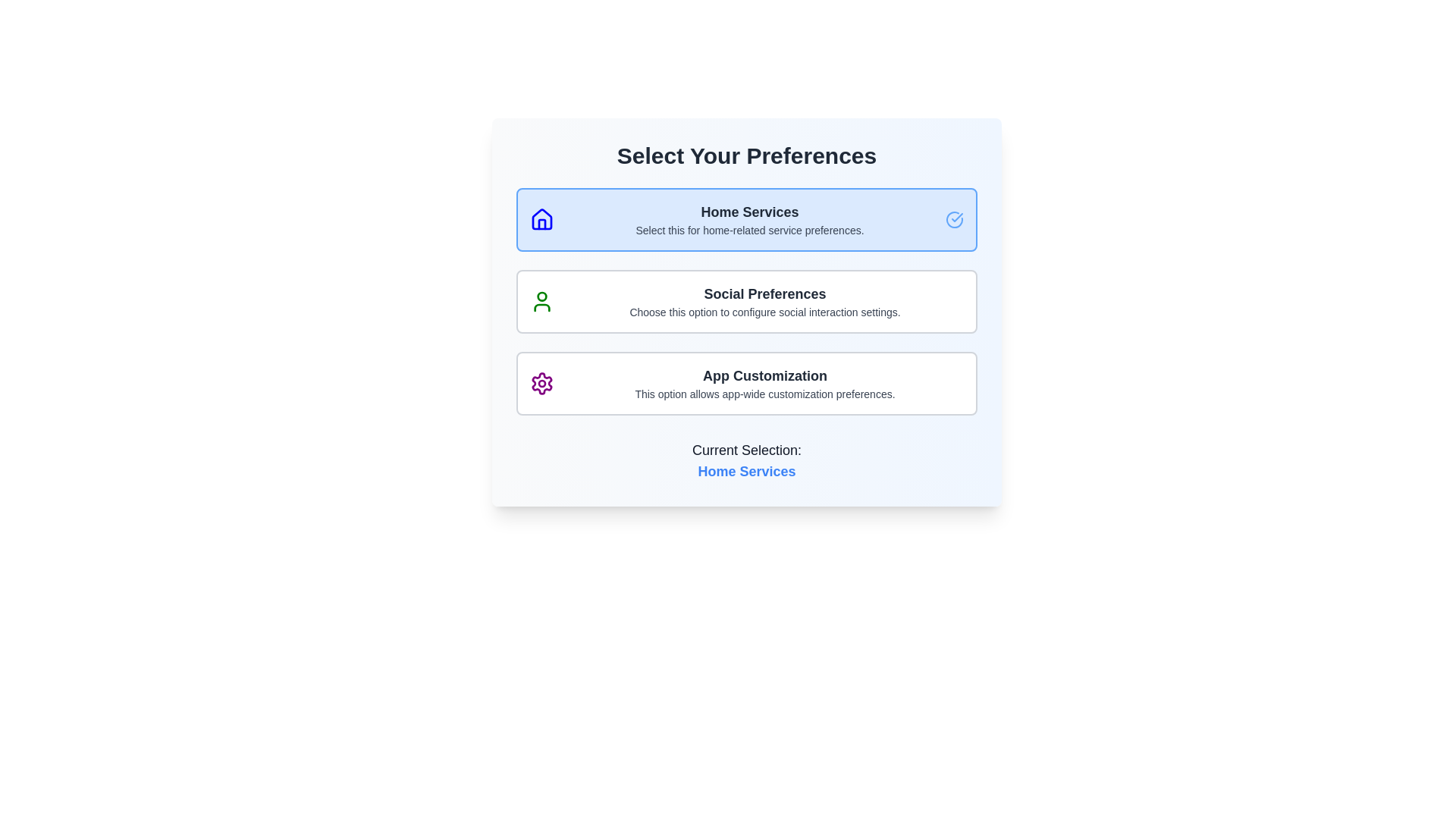 Image resolution: width=1456 pixels, height=819 pixels. Describe the element at coordinates (764, 382) in the screenshot. I see `the 'App Customization' menu option, which is the third selectable card in the interface, featuring a bold title and a descriptive text below it` at that location.